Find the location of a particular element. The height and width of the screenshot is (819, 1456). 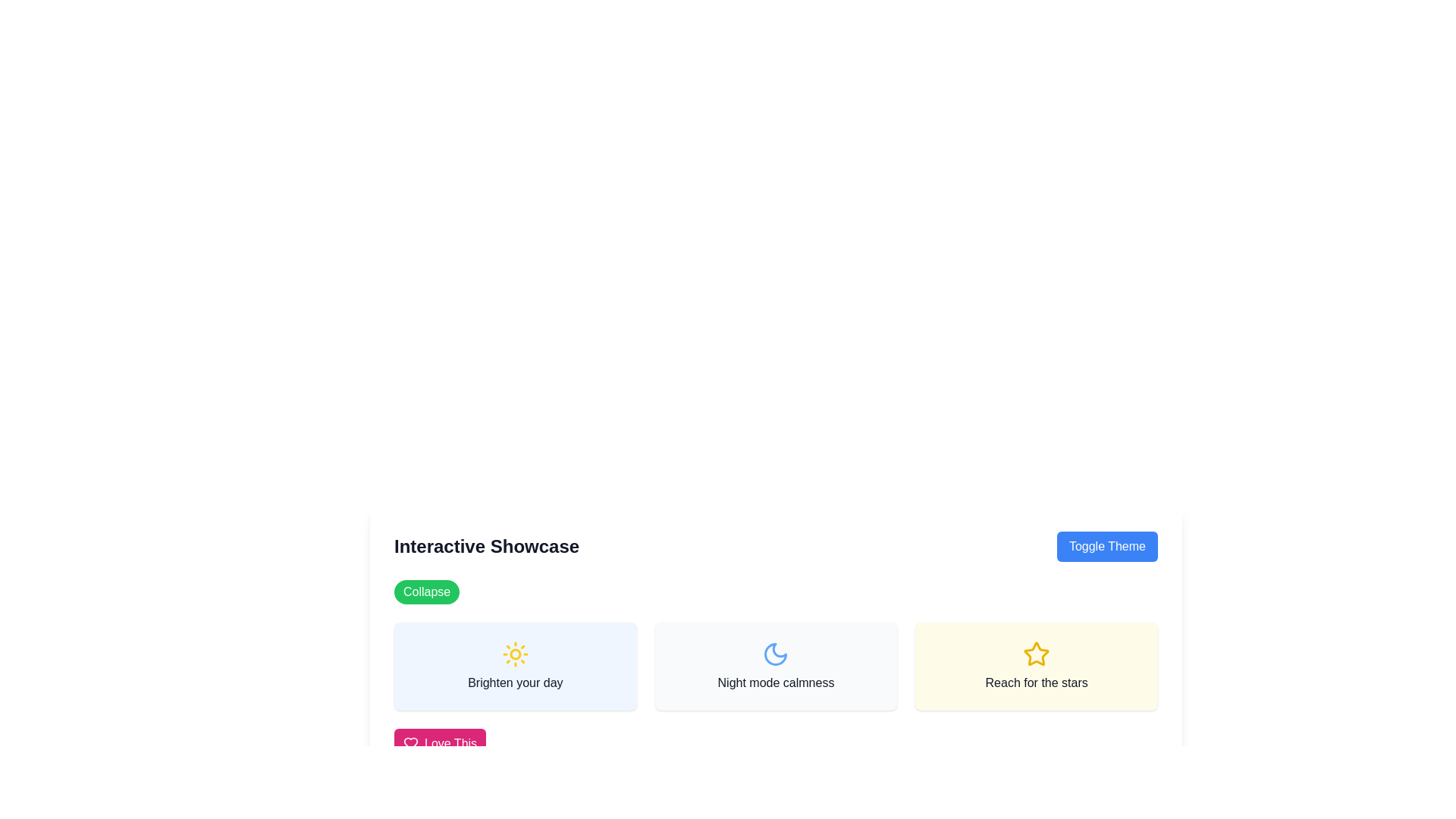

the moon icon representing night mode calmness, located in the second tile of a horizontal row of three tiles is located at coordinates (776, 654).